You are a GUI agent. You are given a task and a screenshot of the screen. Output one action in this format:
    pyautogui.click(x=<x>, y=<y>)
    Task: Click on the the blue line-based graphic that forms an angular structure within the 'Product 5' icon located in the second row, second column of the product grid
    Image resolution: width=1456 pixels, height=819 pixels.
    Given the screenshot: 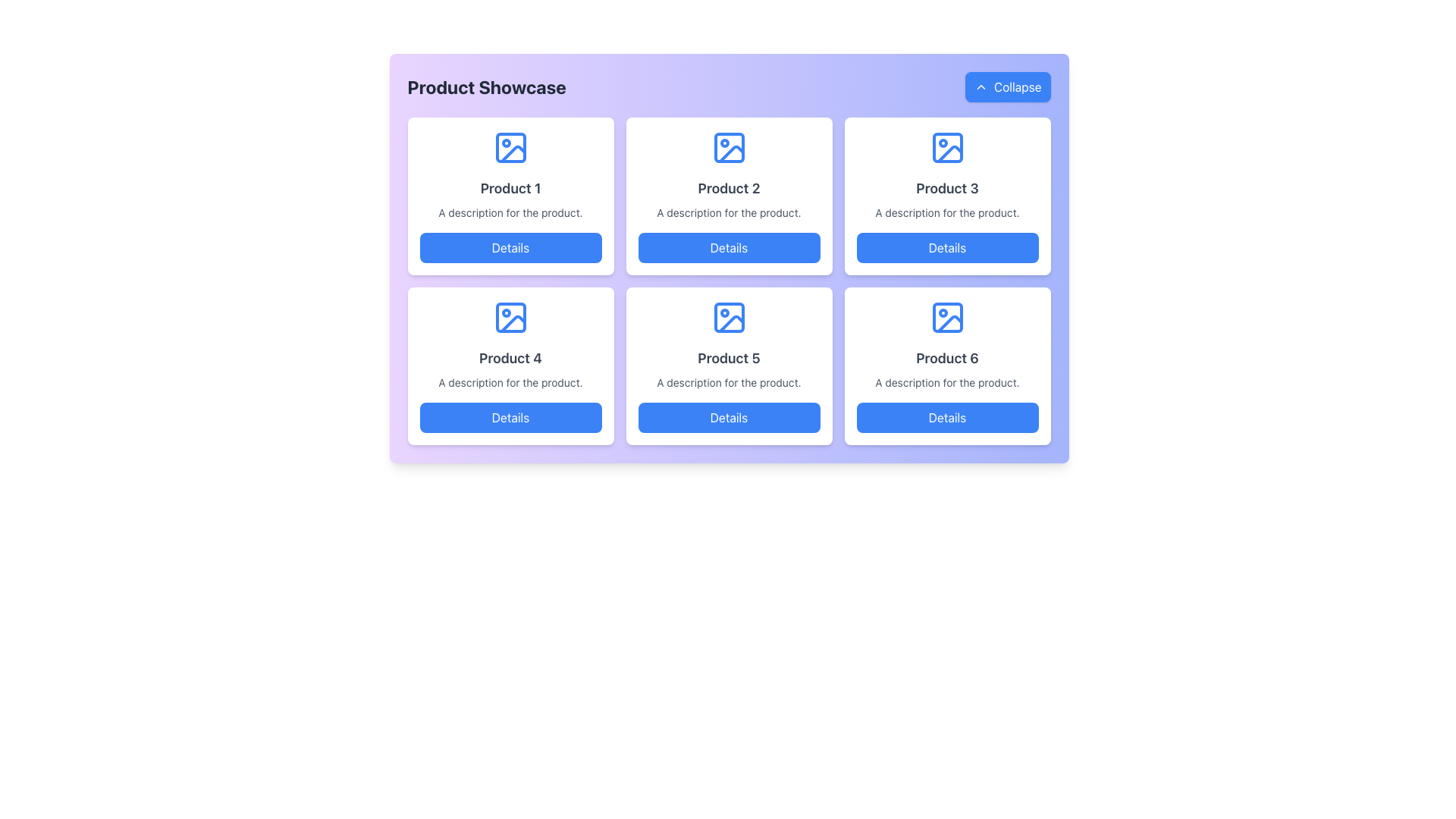 What is the action you would take?
    pyautogui.click(x=731, y=323)
    